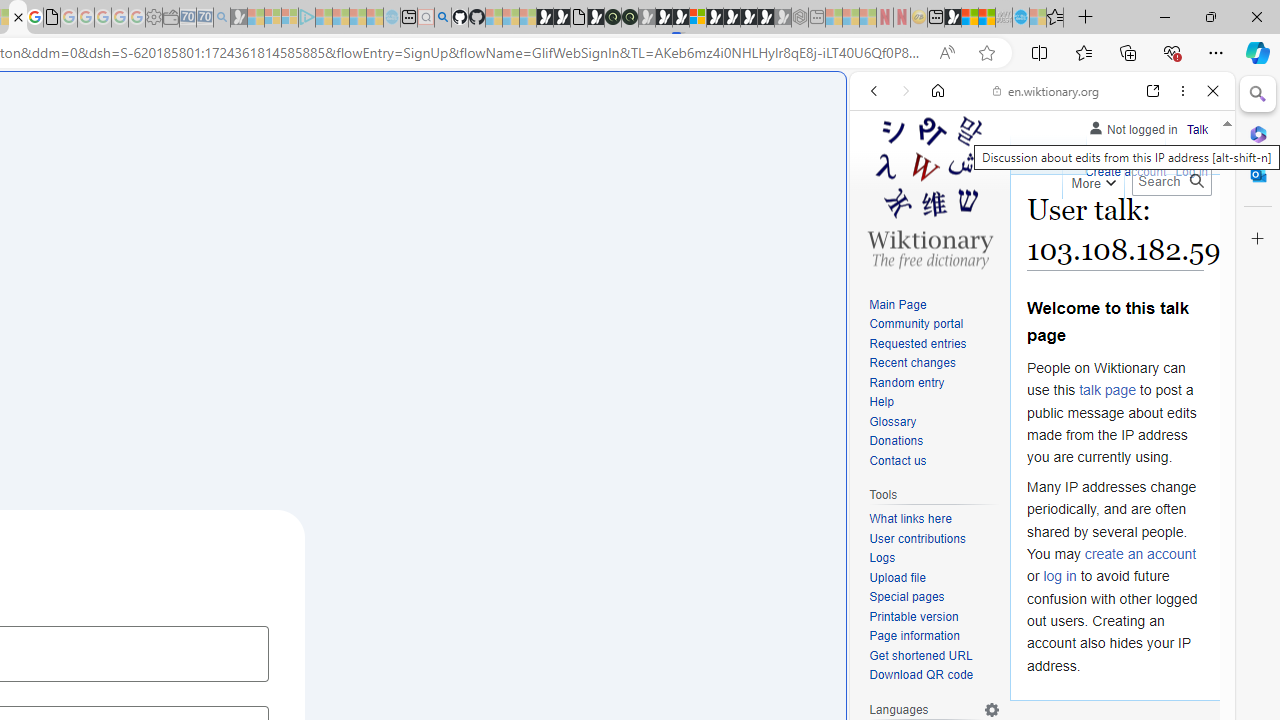 The height and width of the screenshot is (720, 1280). Describe the element at coordinates (934, 461) in the screenshot. I see `'Contact us'` at that location.